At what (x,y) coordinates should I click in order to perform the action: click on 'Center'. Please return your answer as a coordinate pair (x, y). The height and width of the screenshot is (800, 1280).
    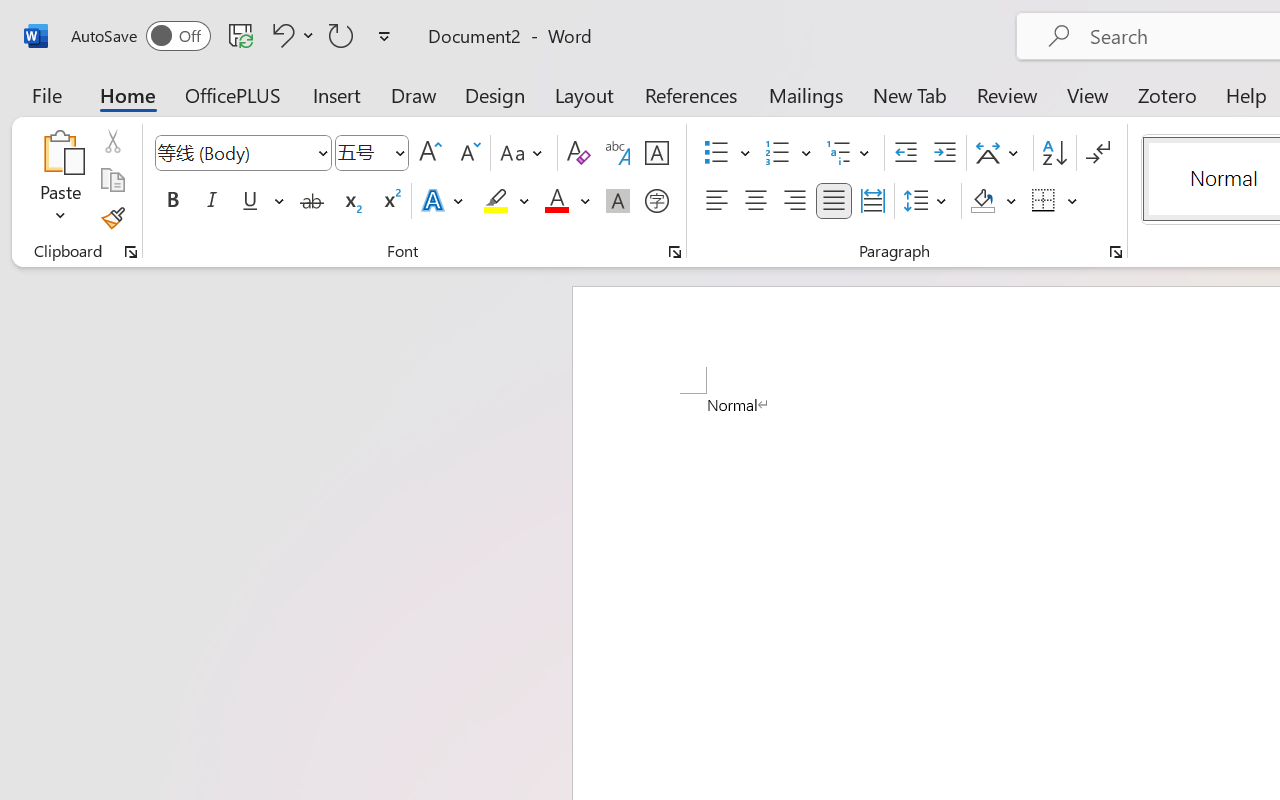
    Looking at the image, I should click on (755, 201).